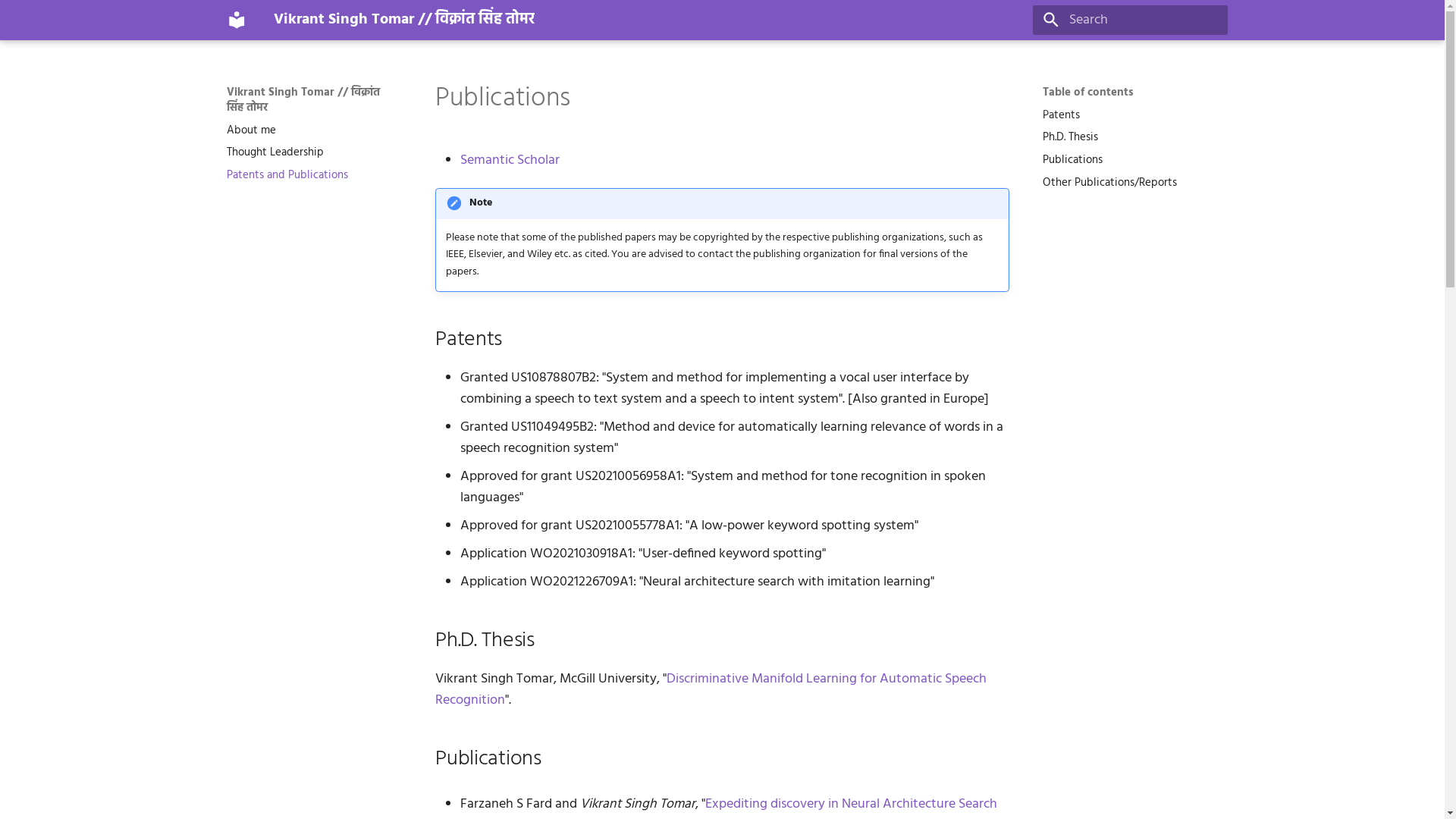 The width and height of the screenshot is (1456, 819). What do you see at coordinates (510, 160) in the screenshot?
I see `'Semantic Scholar'` at bounding box center [510, 160].